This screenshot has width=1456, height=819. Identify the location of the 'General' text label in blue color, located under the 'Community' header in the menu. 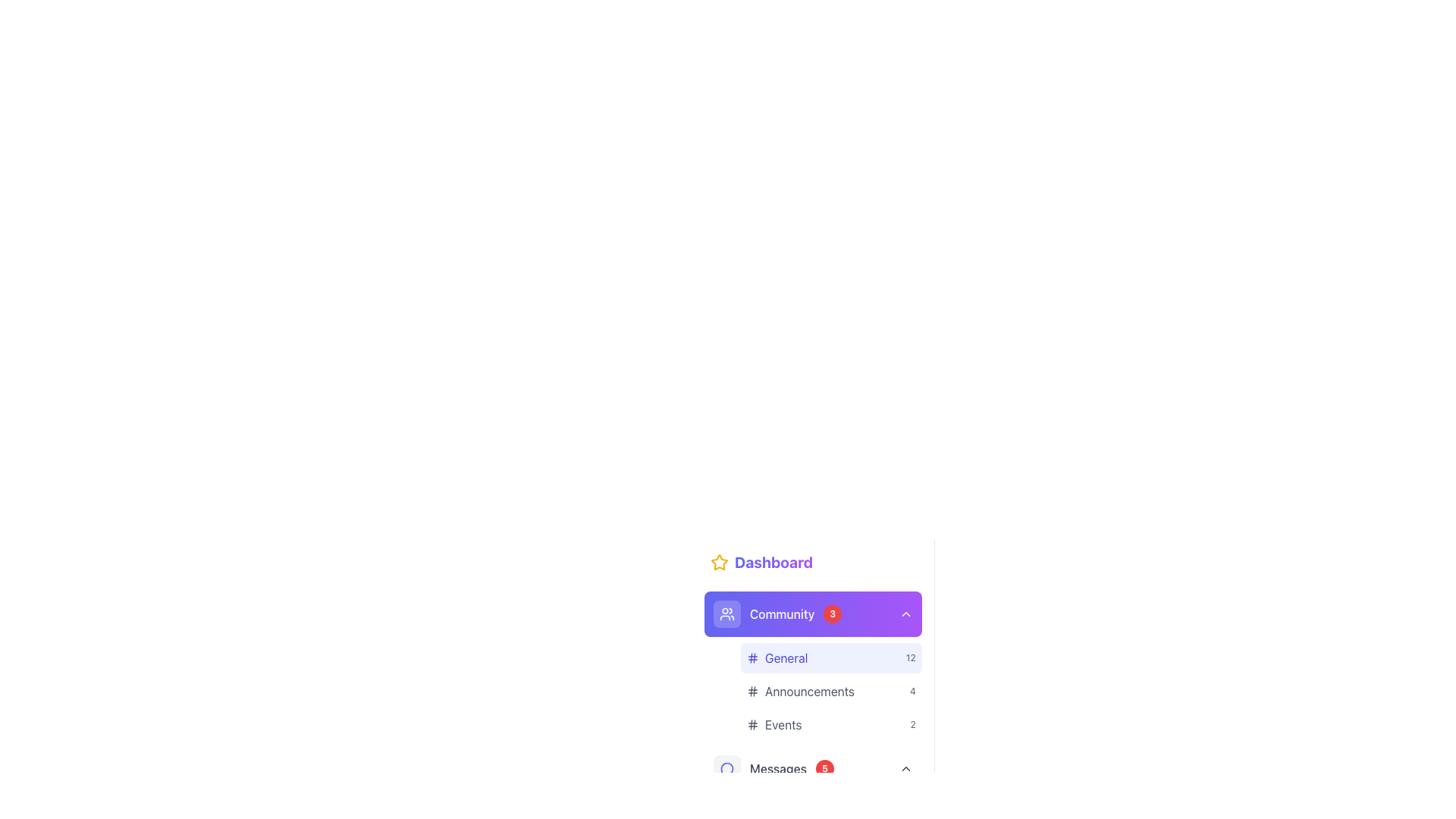
(786, 657).